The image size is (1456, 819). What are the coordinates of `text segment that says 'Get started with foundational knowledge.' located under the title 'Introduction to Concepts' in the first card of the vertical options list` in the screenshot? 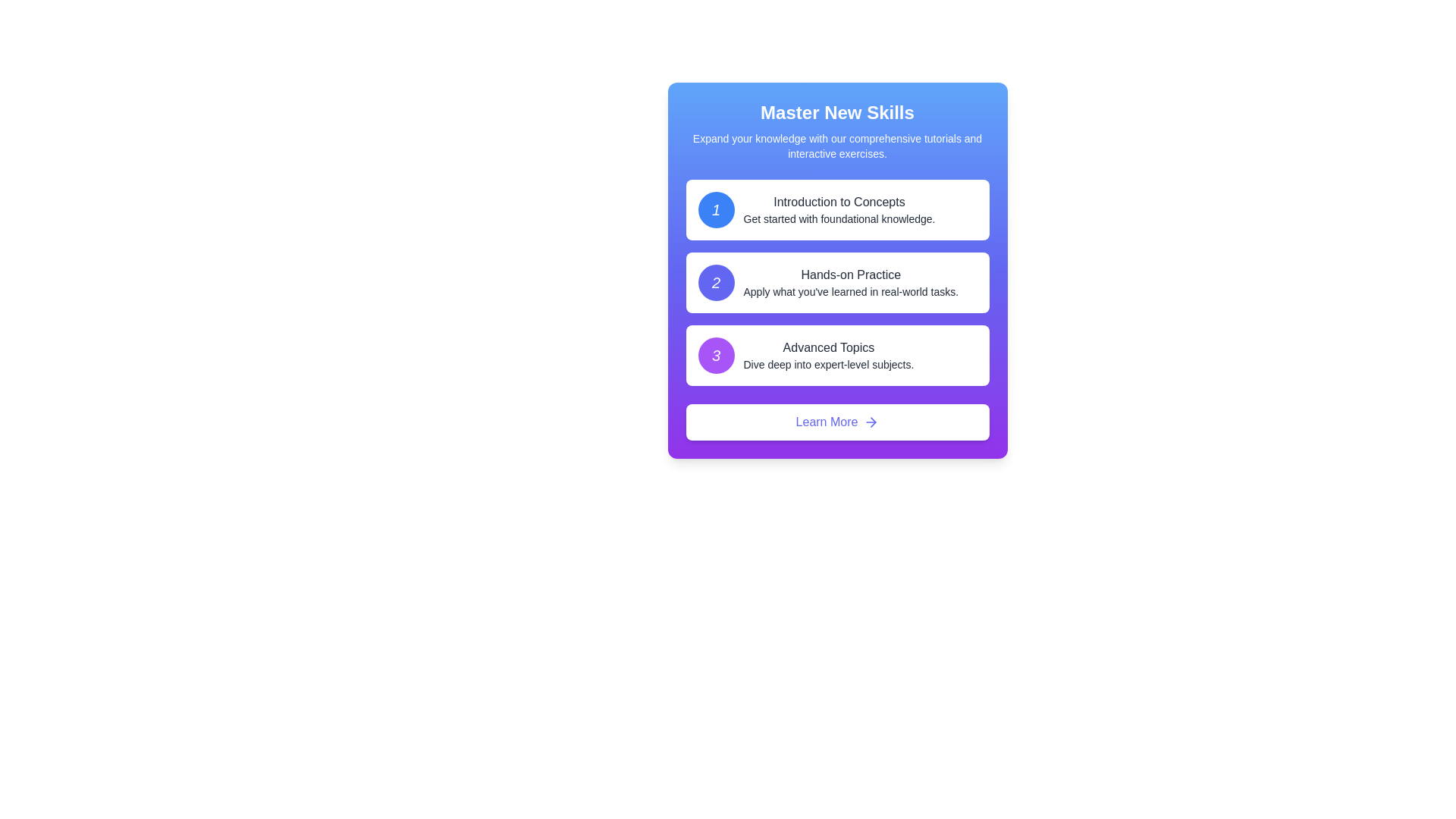 It's located at (838, 219).